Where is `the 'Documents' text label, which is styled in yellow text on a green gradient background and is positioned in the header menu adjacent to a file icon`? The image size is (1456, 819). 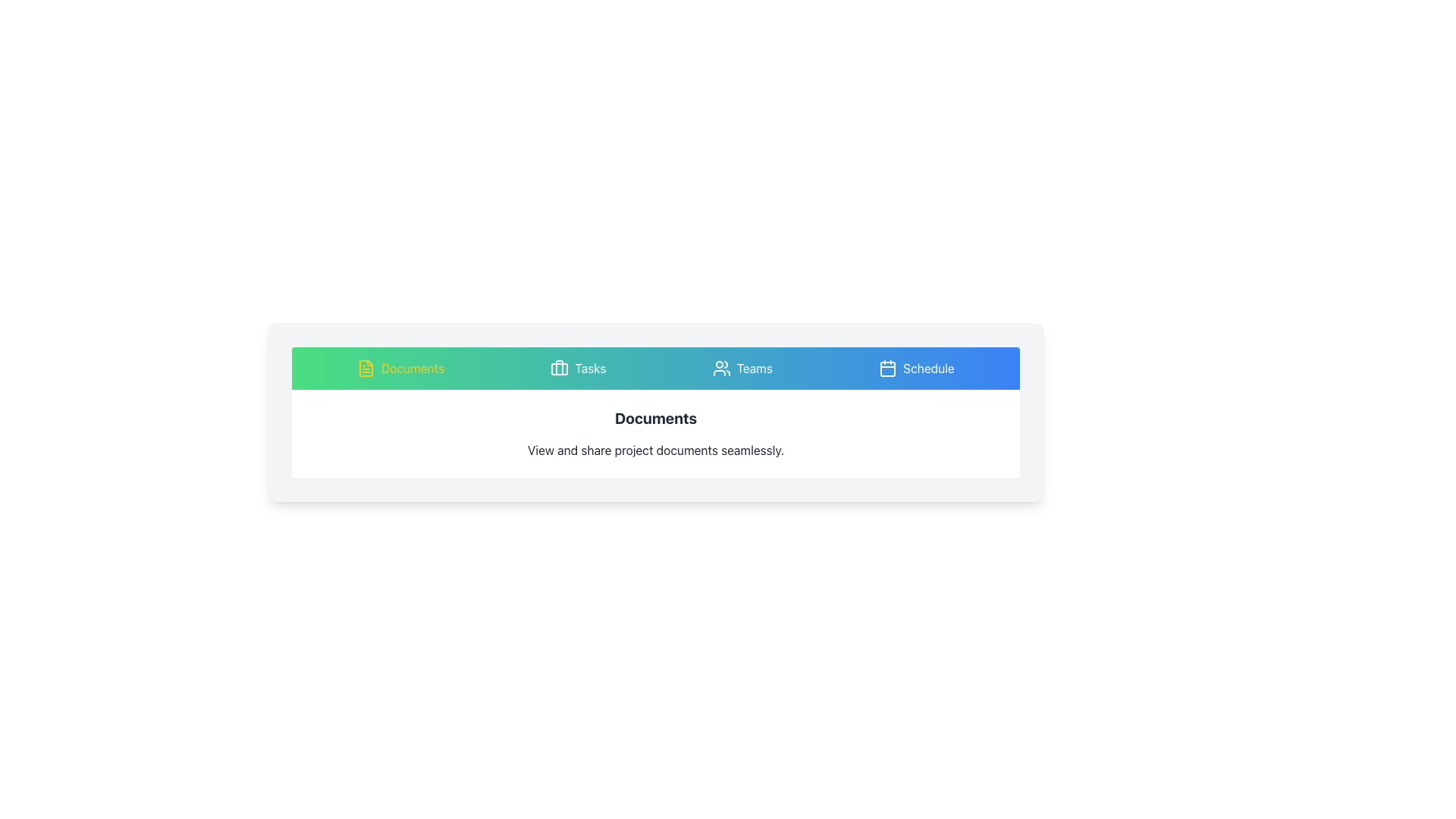
the 'Documents' text label, which is styled in yellow text on a green gradient background and is positioned in the header menu adjacent to a file icon is located at coordinates (413, 369).